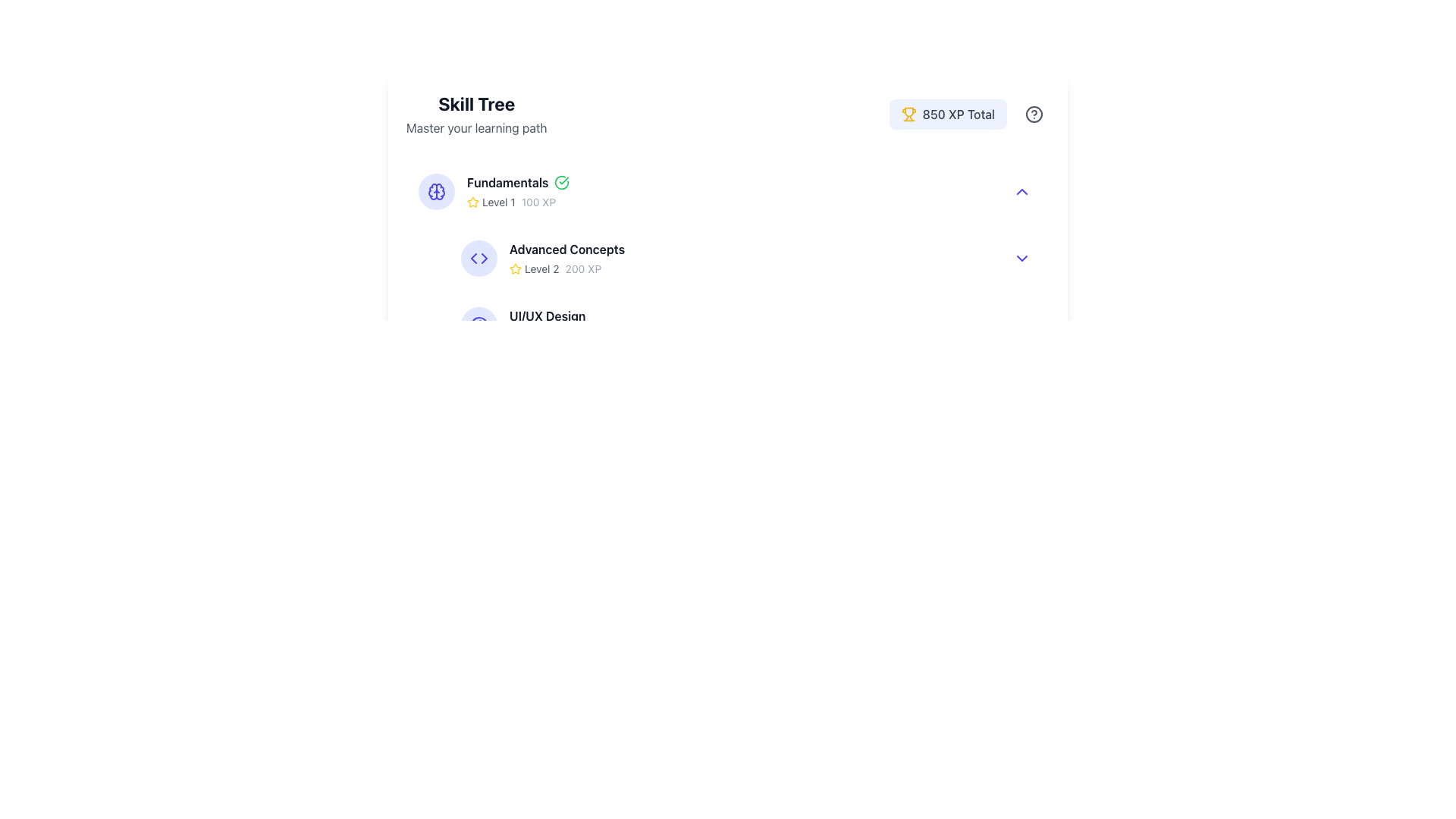 This screenshot has height=819, width=1456. I want to click on the status of the circular green icon with a checkmark inside, indicating success or completion, located to the right of the 'Fundamentals' text in the 'Skill Tree' section, so click(561, 181).